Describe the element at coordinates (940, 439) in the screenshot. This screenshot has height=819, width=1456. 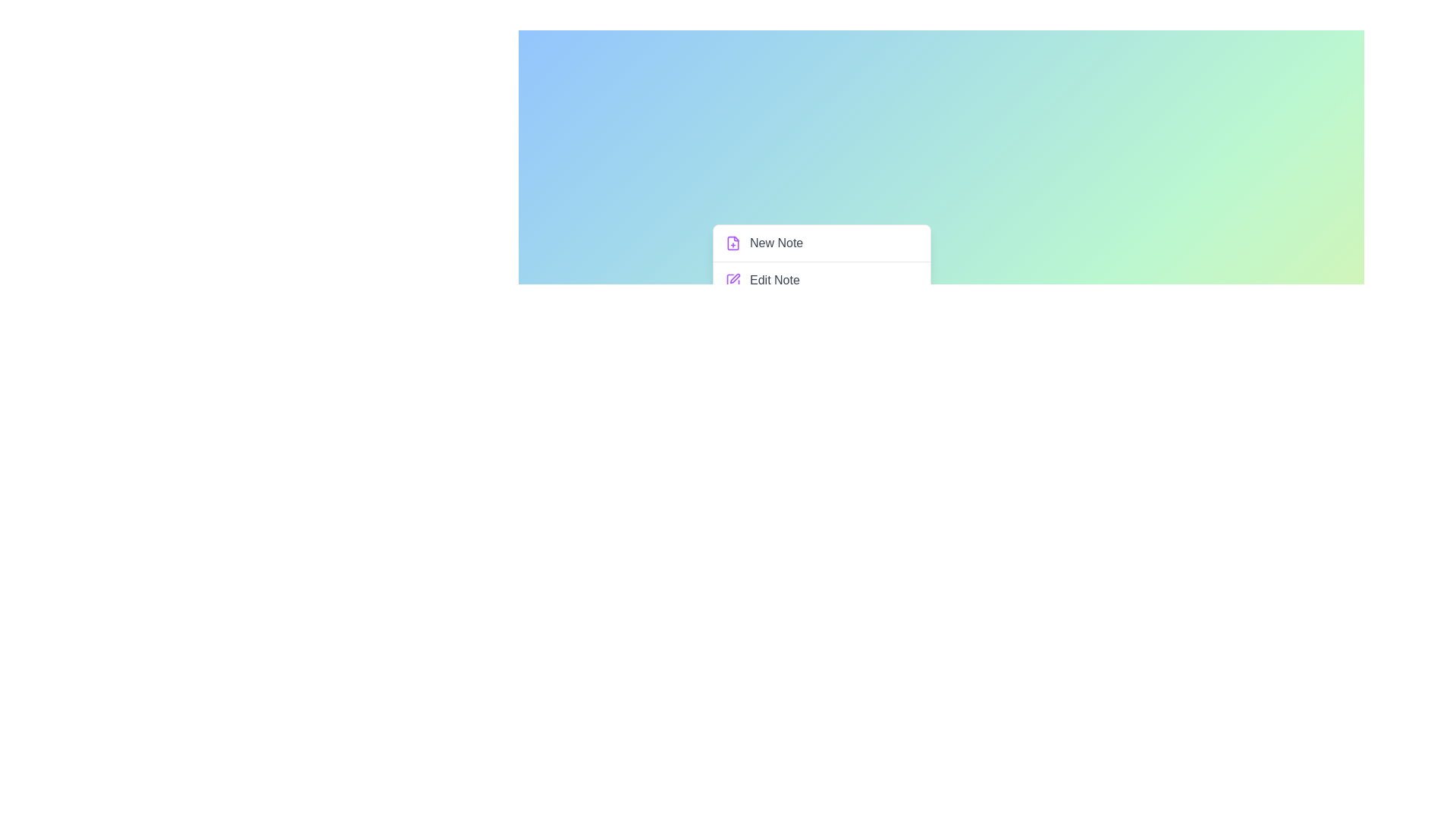
I see `the main area to toggle the menu visibility` at that location.